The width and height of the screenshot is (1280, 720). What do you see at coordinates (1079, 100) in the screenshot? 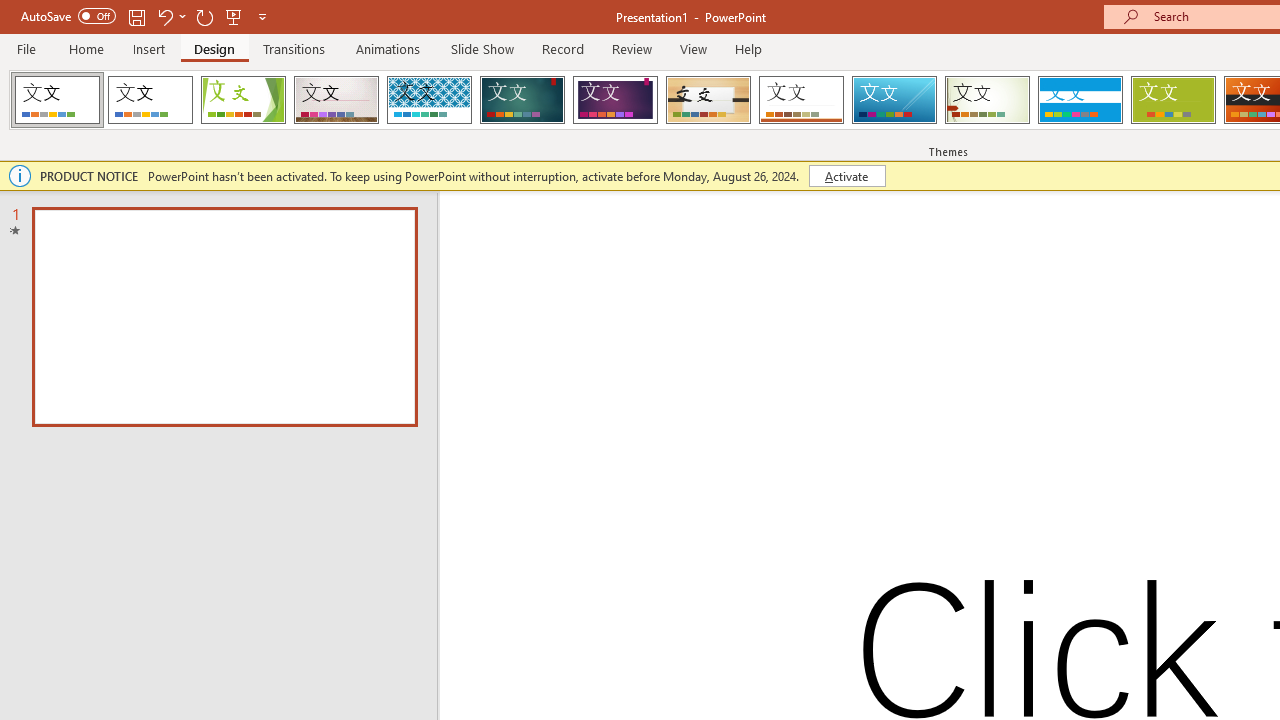
I see `'Banded'` at bounding box center [1079, 100].